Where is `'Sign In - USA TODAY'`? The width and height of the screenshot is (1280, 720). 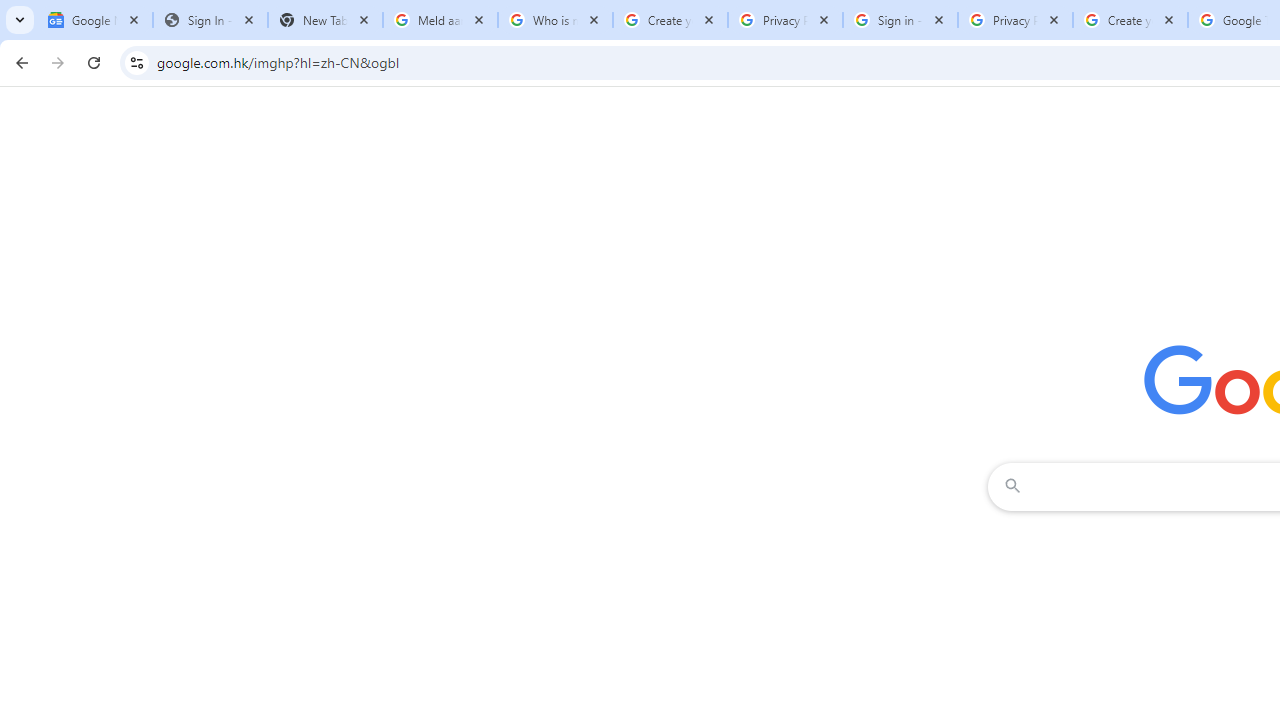
'Sign In - USA TODAY' is located at coordinates (209, 20).